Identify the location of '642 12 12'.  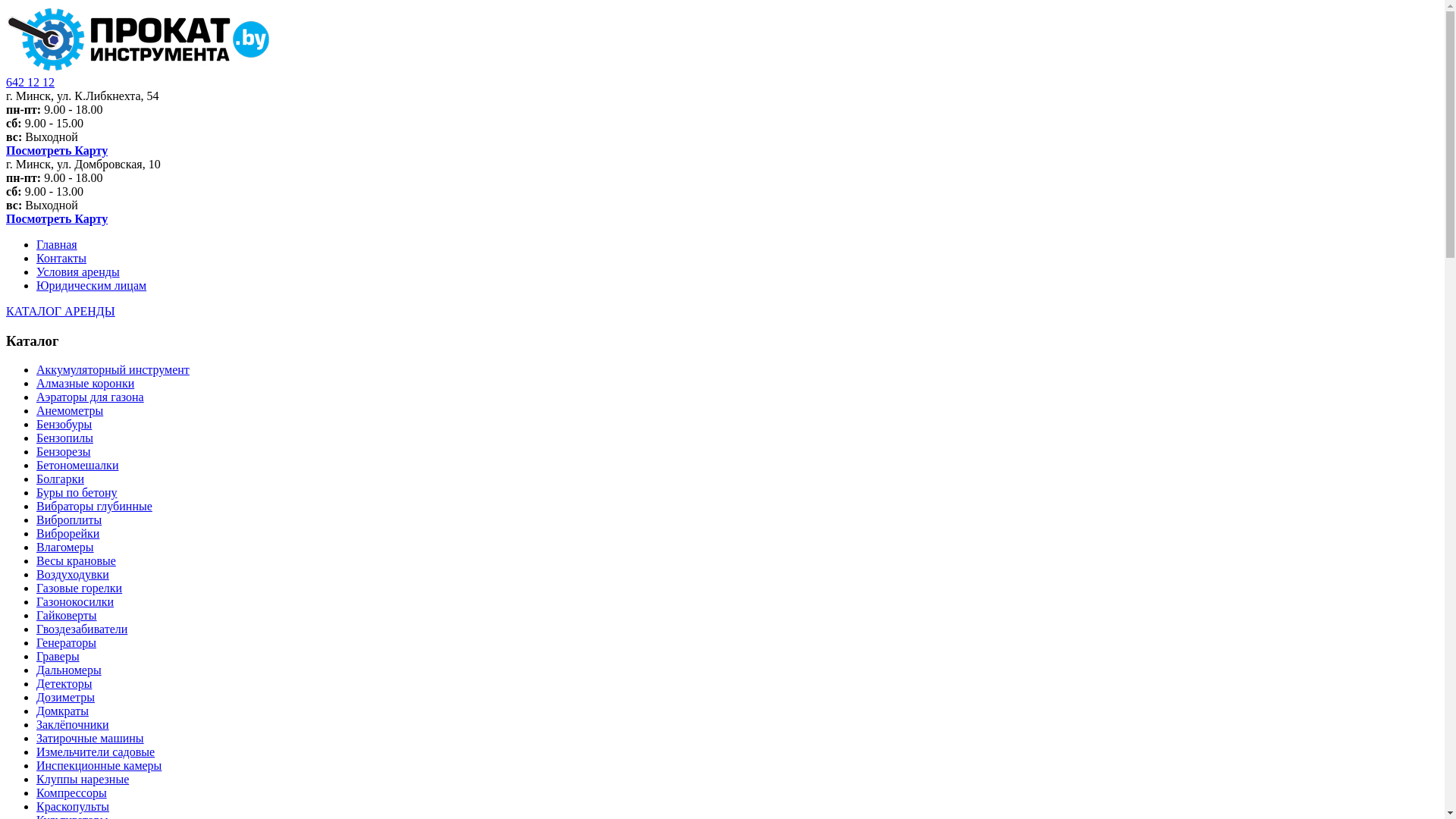
(30, 82).